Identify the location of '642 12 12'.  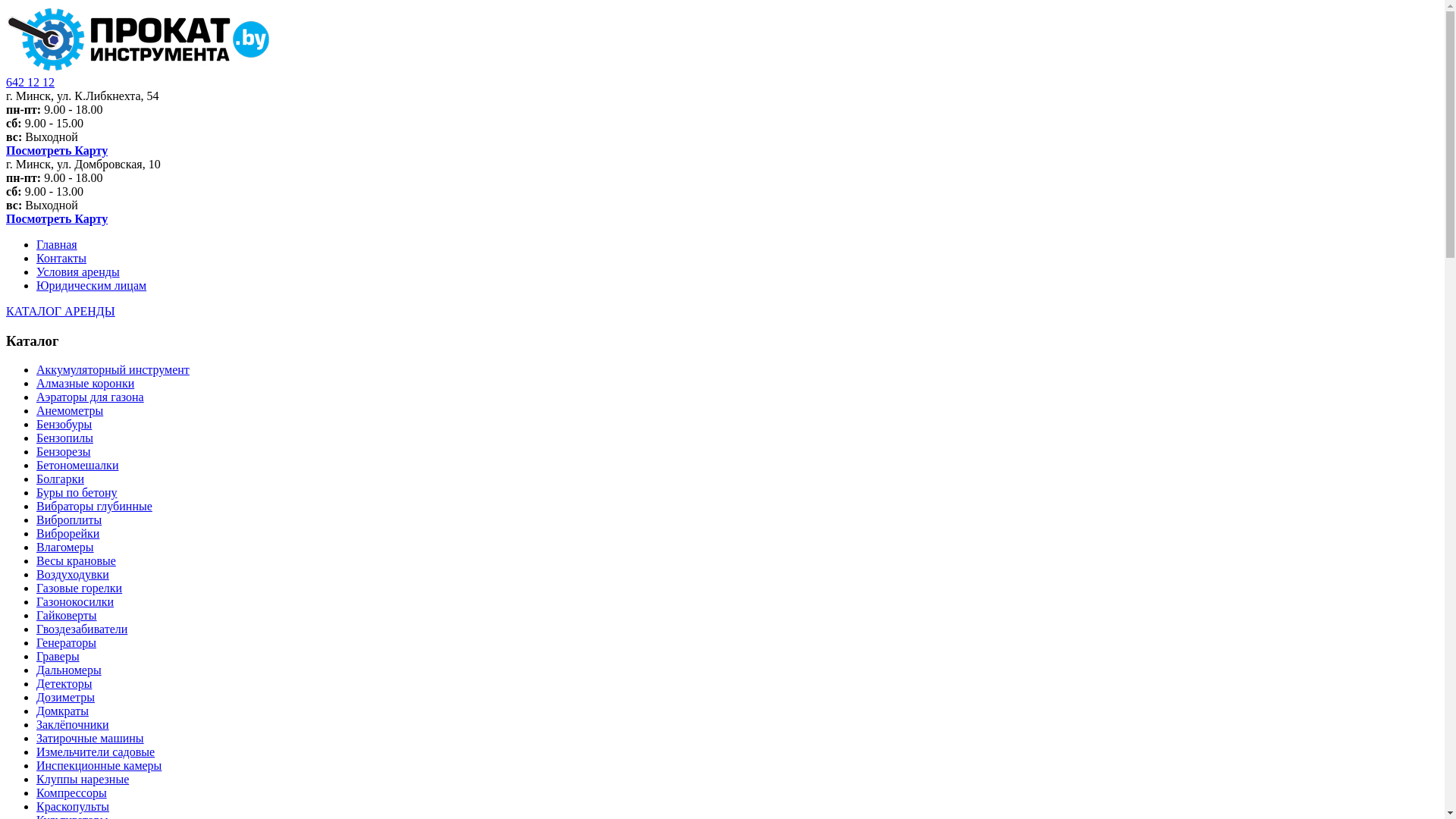
(30, 82).